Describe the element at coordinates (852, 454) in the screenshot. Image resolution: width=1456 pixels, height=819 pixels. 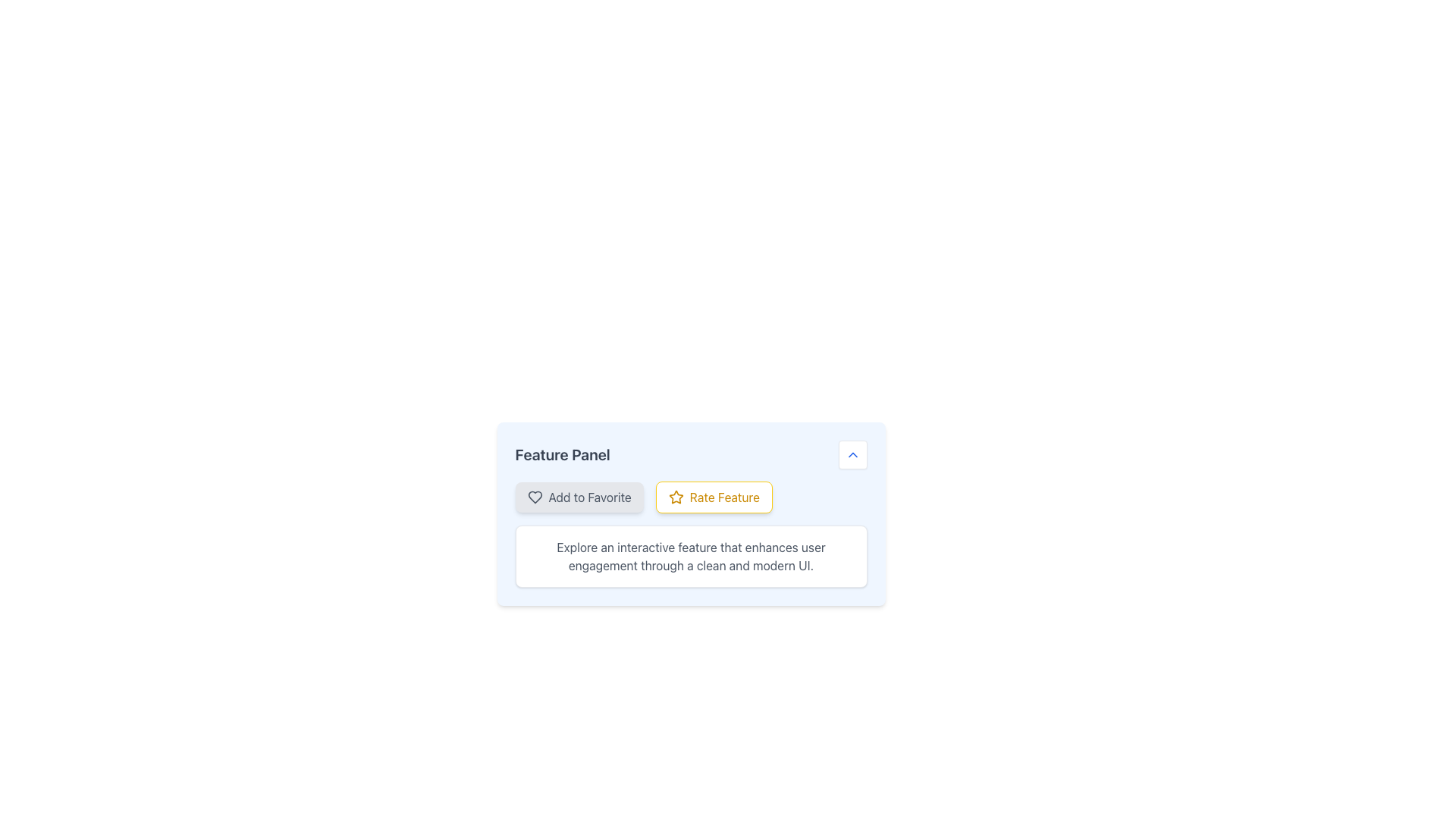
I see `the upward-facing chevron icon located in the top-right corner of the 'Feature Panel' section` at that location.